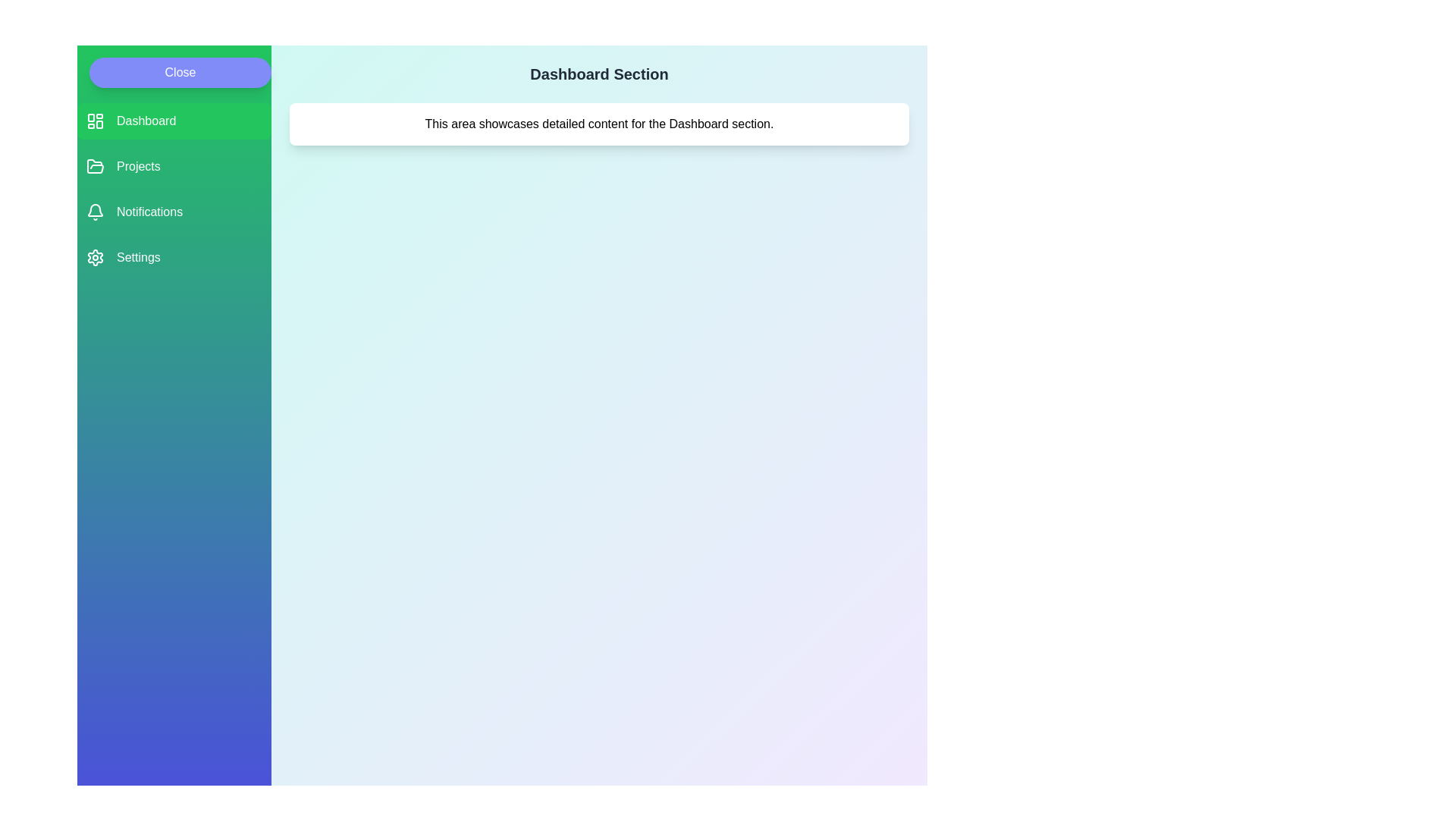 The image size is (1456, 819). Describe the element at coordinates (174, 120) in the screenshot. I see `the menu item labeled Dashboard to see its hover effect` at that location.